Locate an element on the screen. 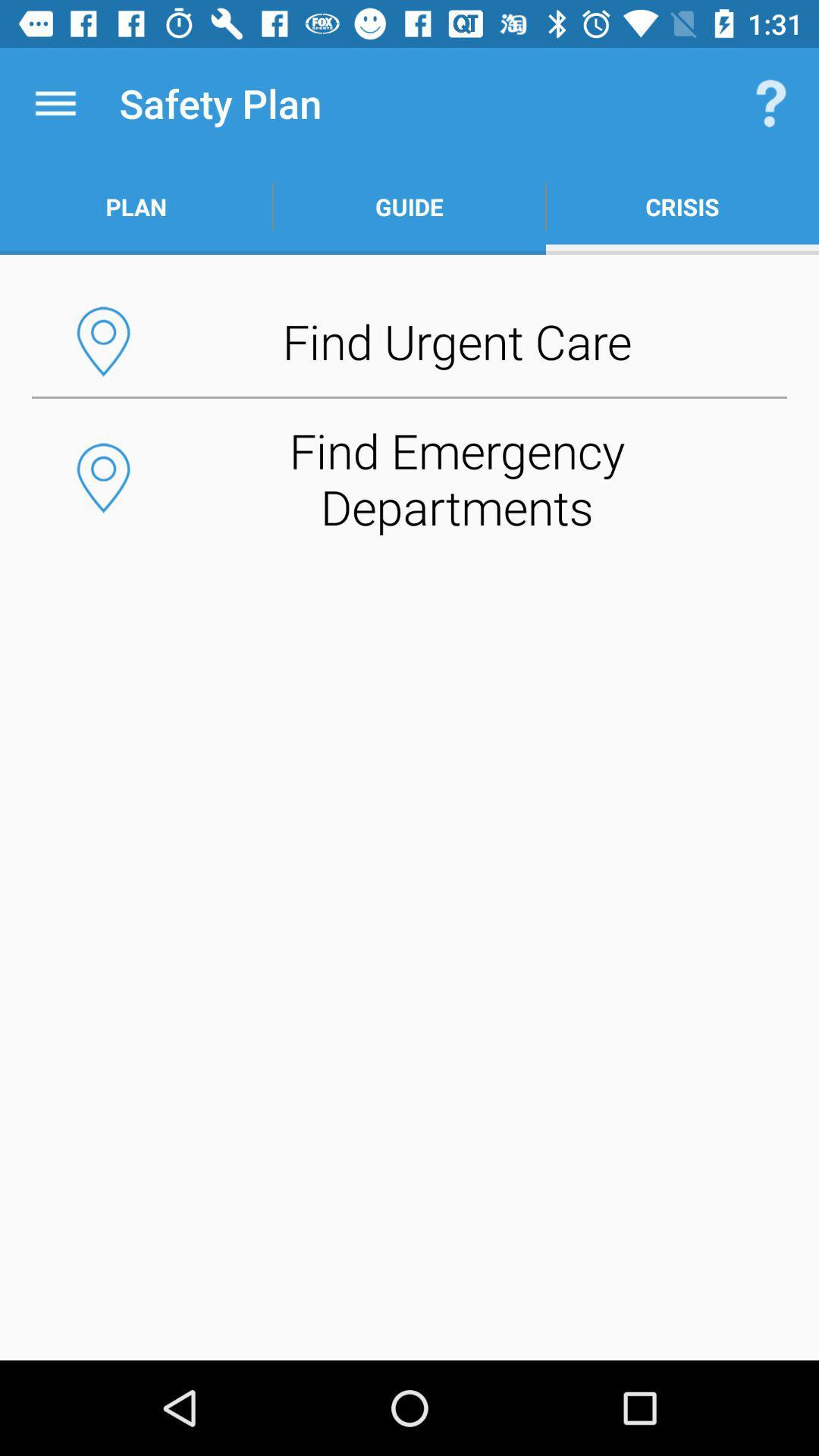  the app below the plan is located at coordinates (409, 340).